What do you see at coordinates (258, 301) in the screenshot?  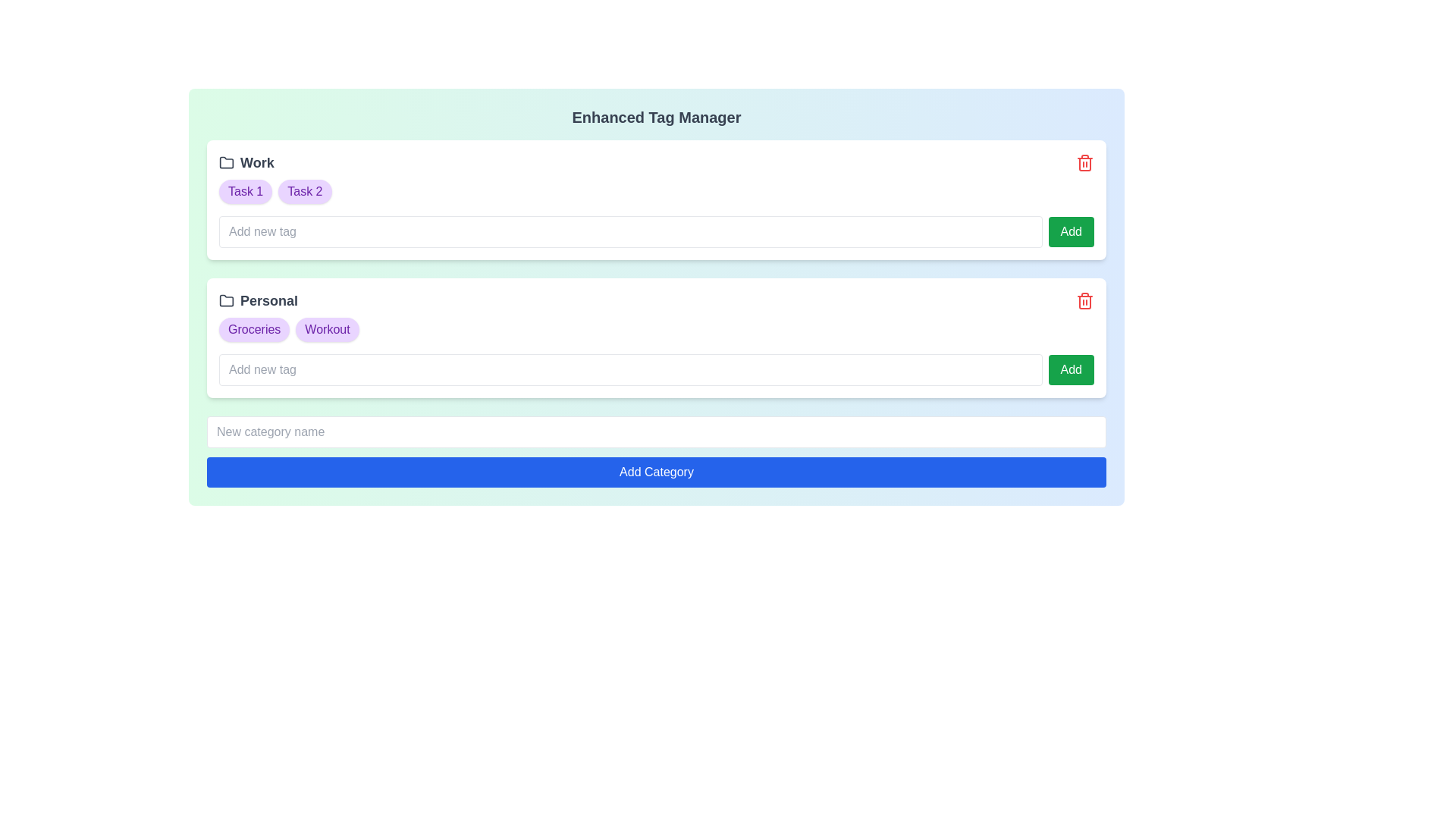 I see `the 'Personal' category header text label with an accompanying icon` at bounding box center [258, 301].